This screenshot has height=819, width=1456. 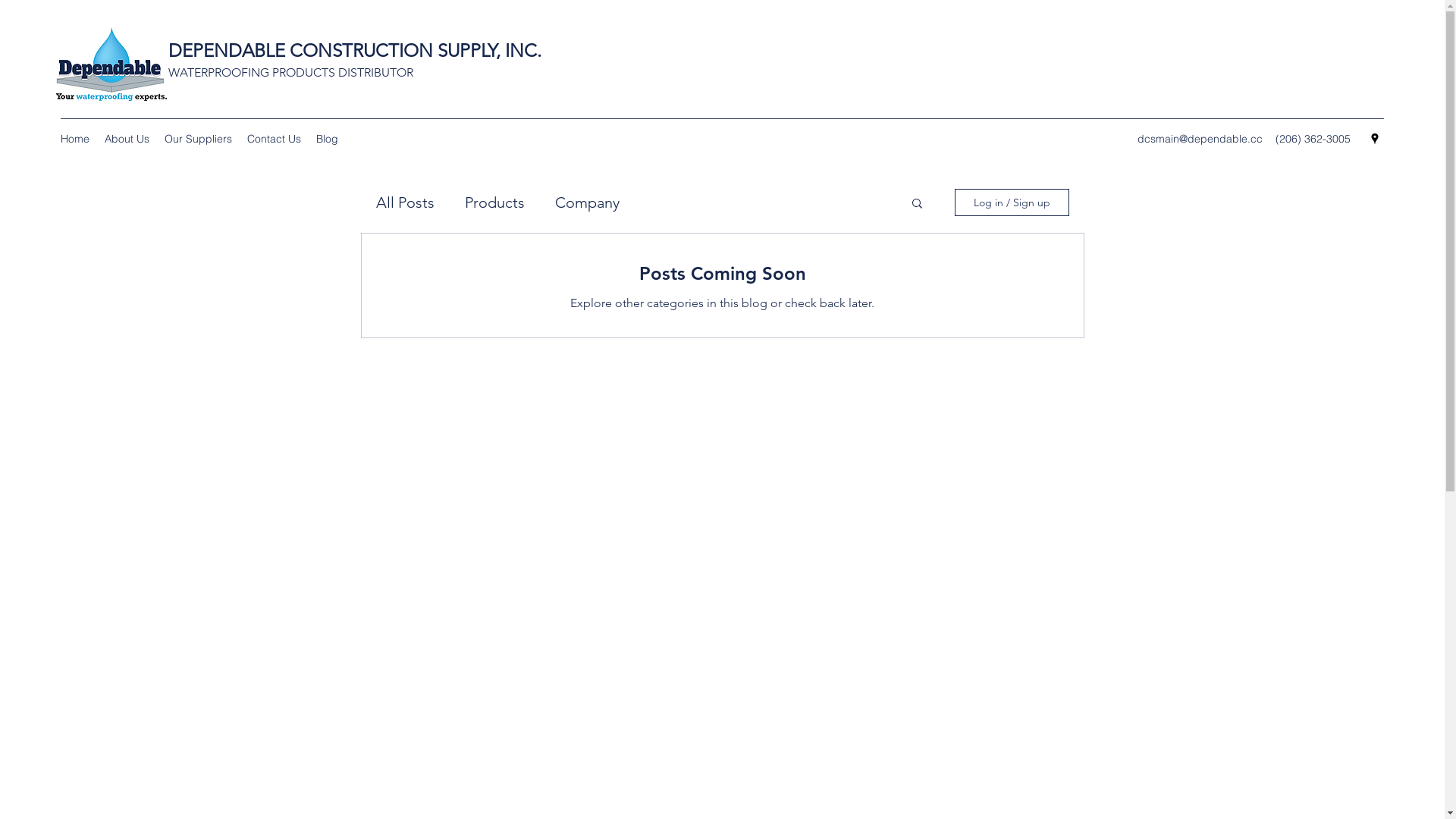 I want to click on 'Our Suppliers', so click(x=156, y=138).